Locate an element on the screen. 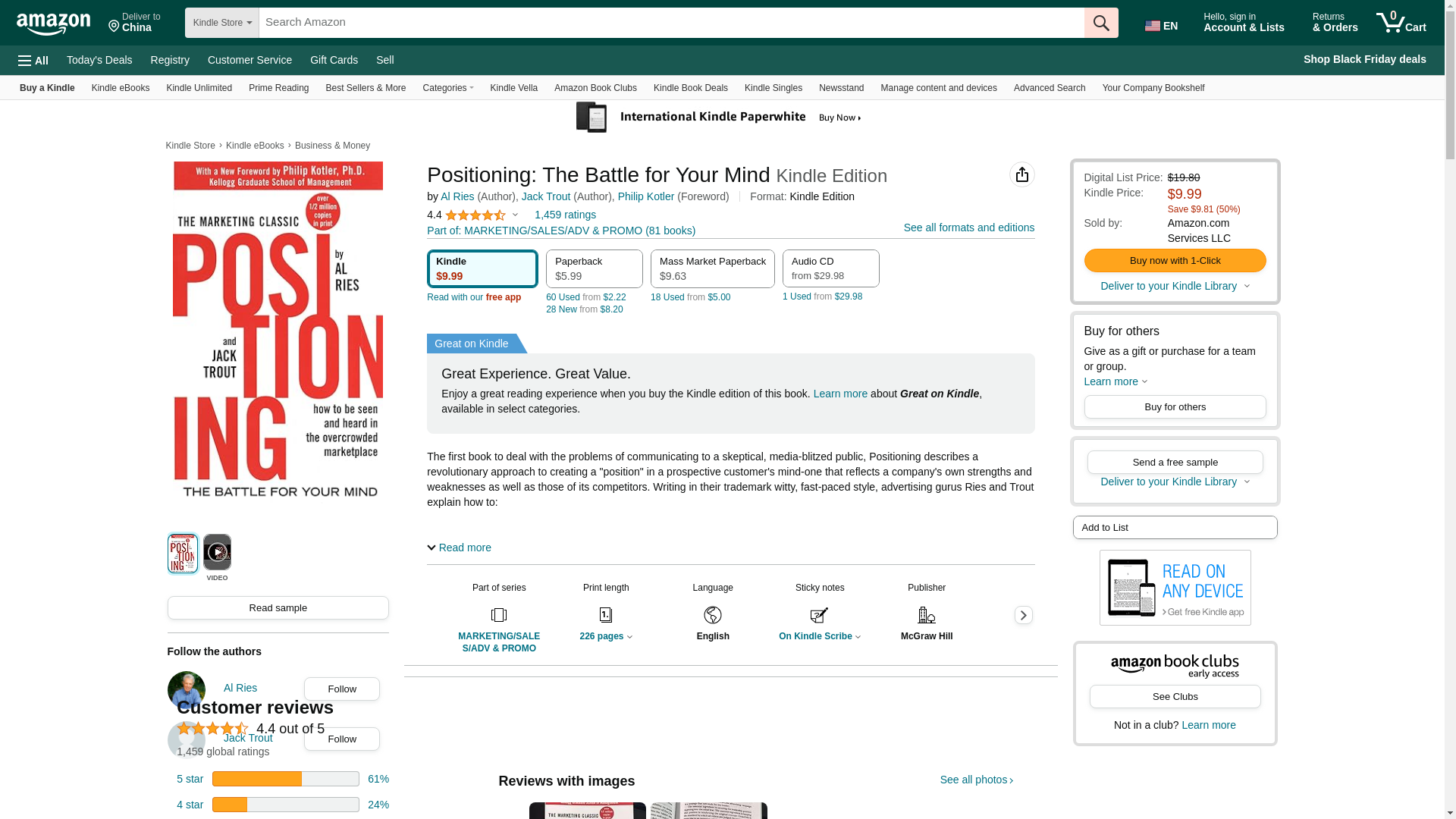 The height and width of the screenshot is (819, 1456). 'Amazon Book Clubs' is located at coordinates (595, 87).